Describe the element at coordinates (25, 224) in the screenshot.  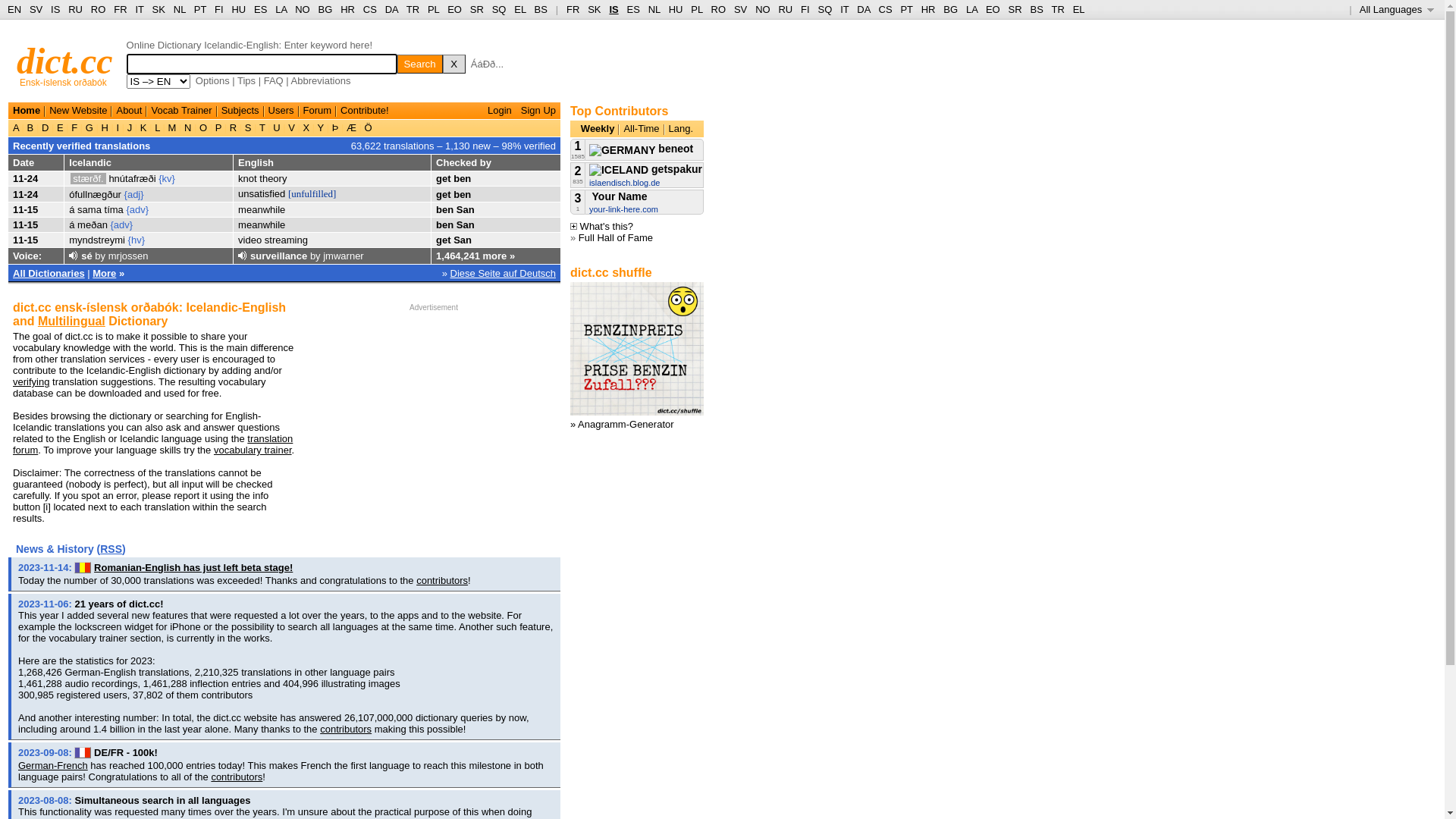
I see `'11-15'` at that location.